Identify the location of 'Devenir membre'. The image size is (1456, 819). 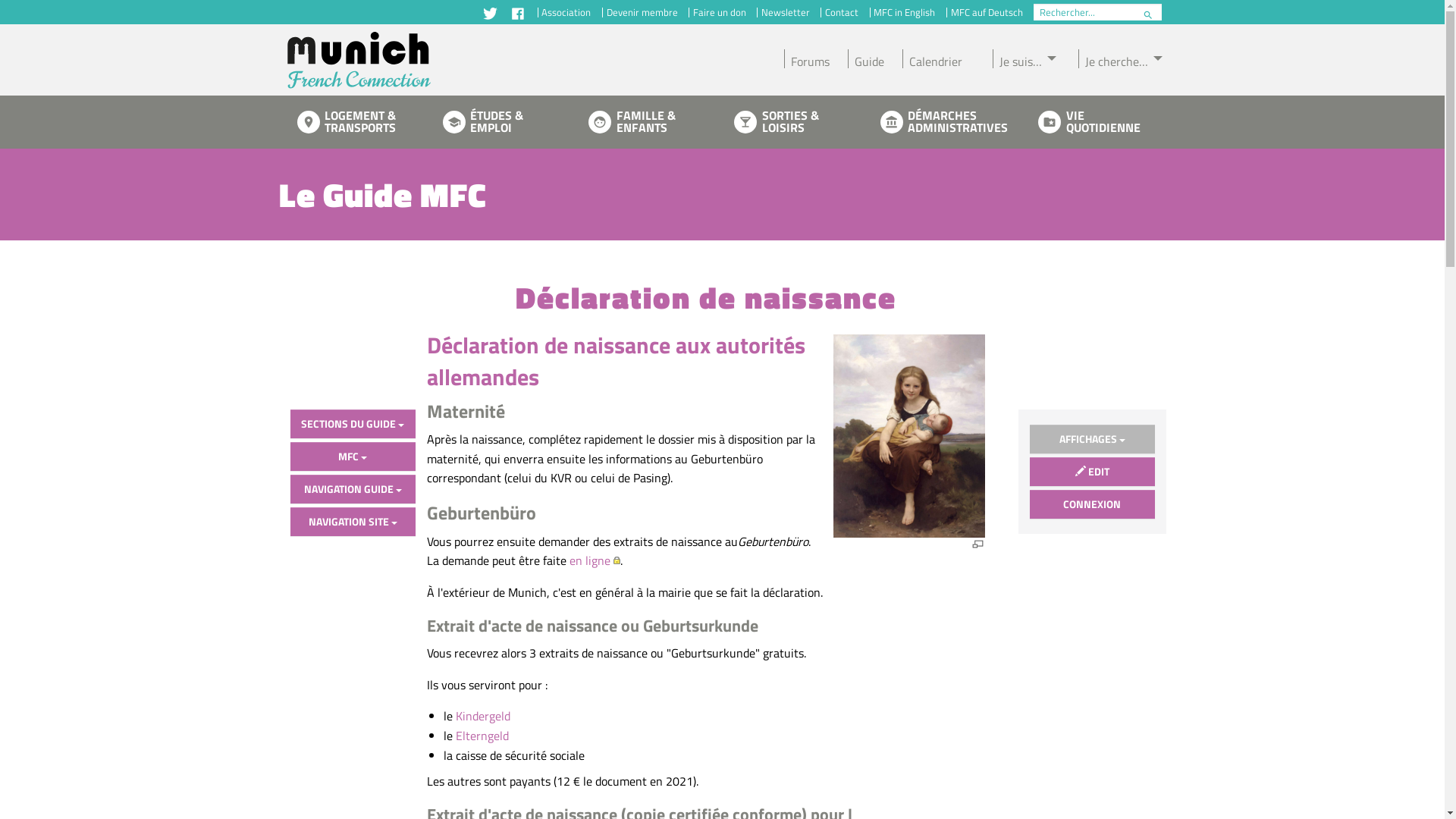
(642, 12).